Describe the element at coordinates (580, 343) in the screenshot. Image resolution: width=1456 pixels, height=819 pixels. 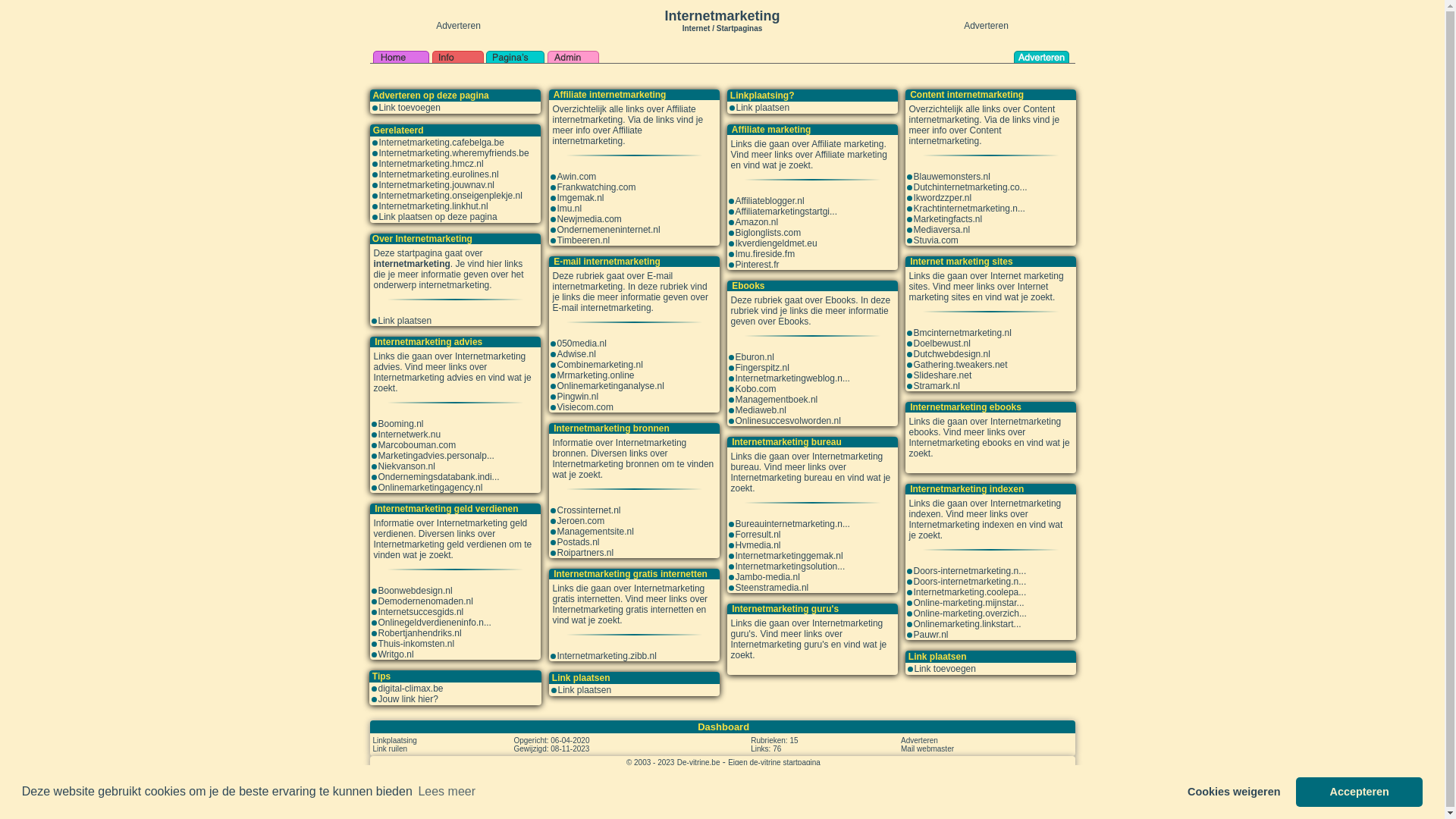
I see `'050media.nl'` at that location.